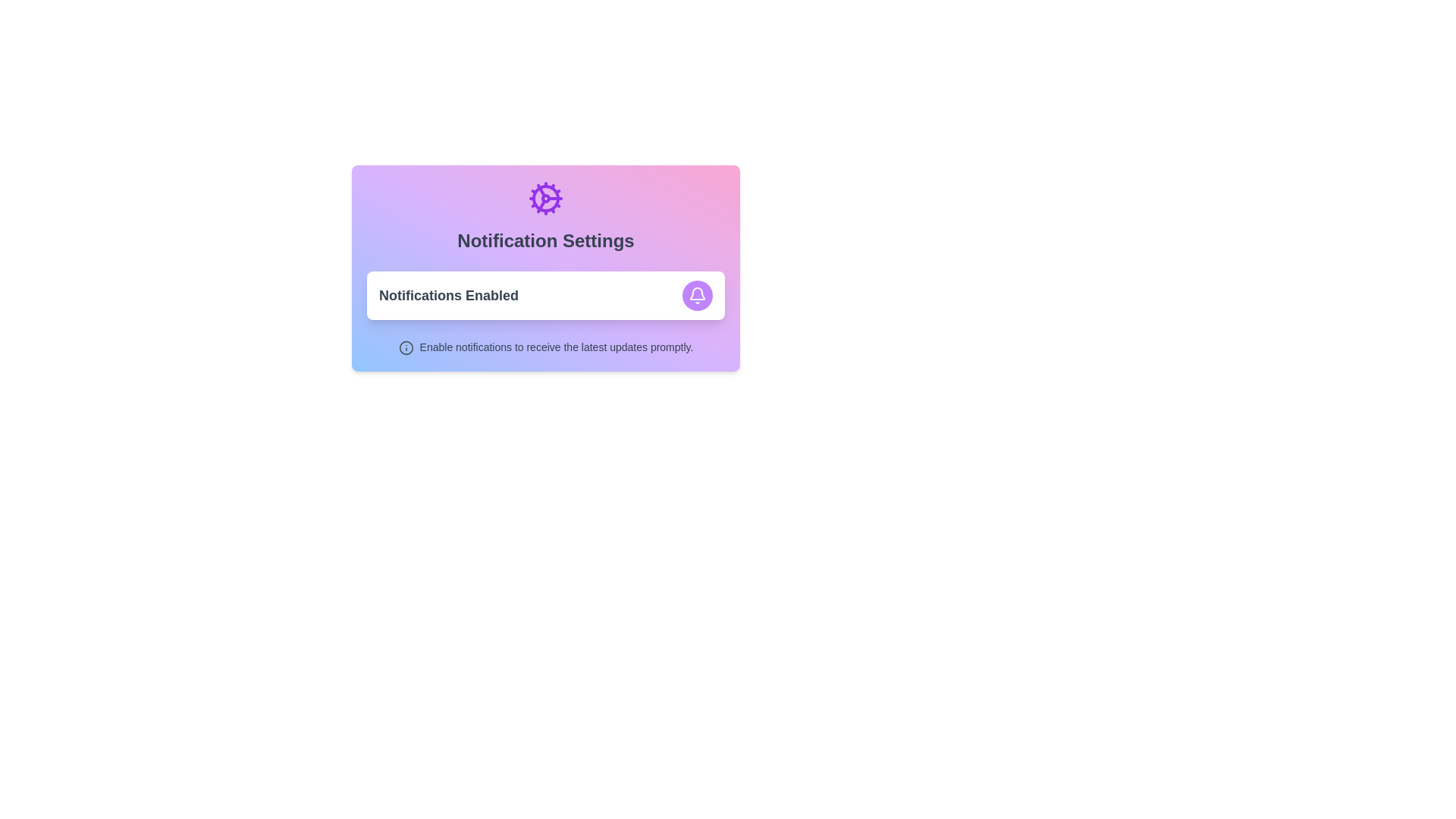  I want to click on the purple bell-shaped icon located on the right side of the 'Notifications Enabled' button, enclosed within a circular purple background, so click(697, 295).